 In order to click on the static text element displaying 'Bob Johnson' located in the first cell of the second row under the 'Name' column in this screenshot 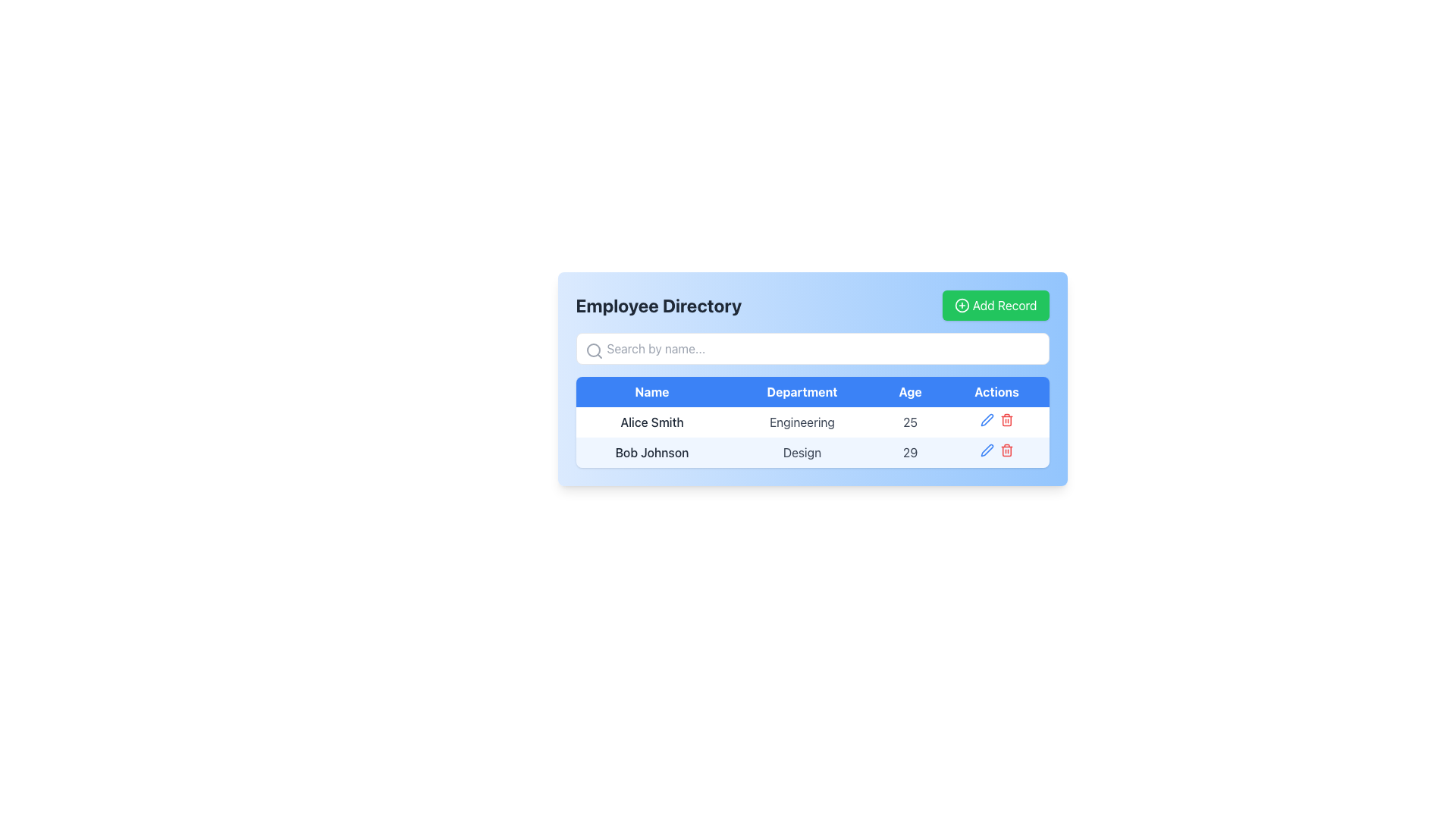, I will do `click(651, 452)`.